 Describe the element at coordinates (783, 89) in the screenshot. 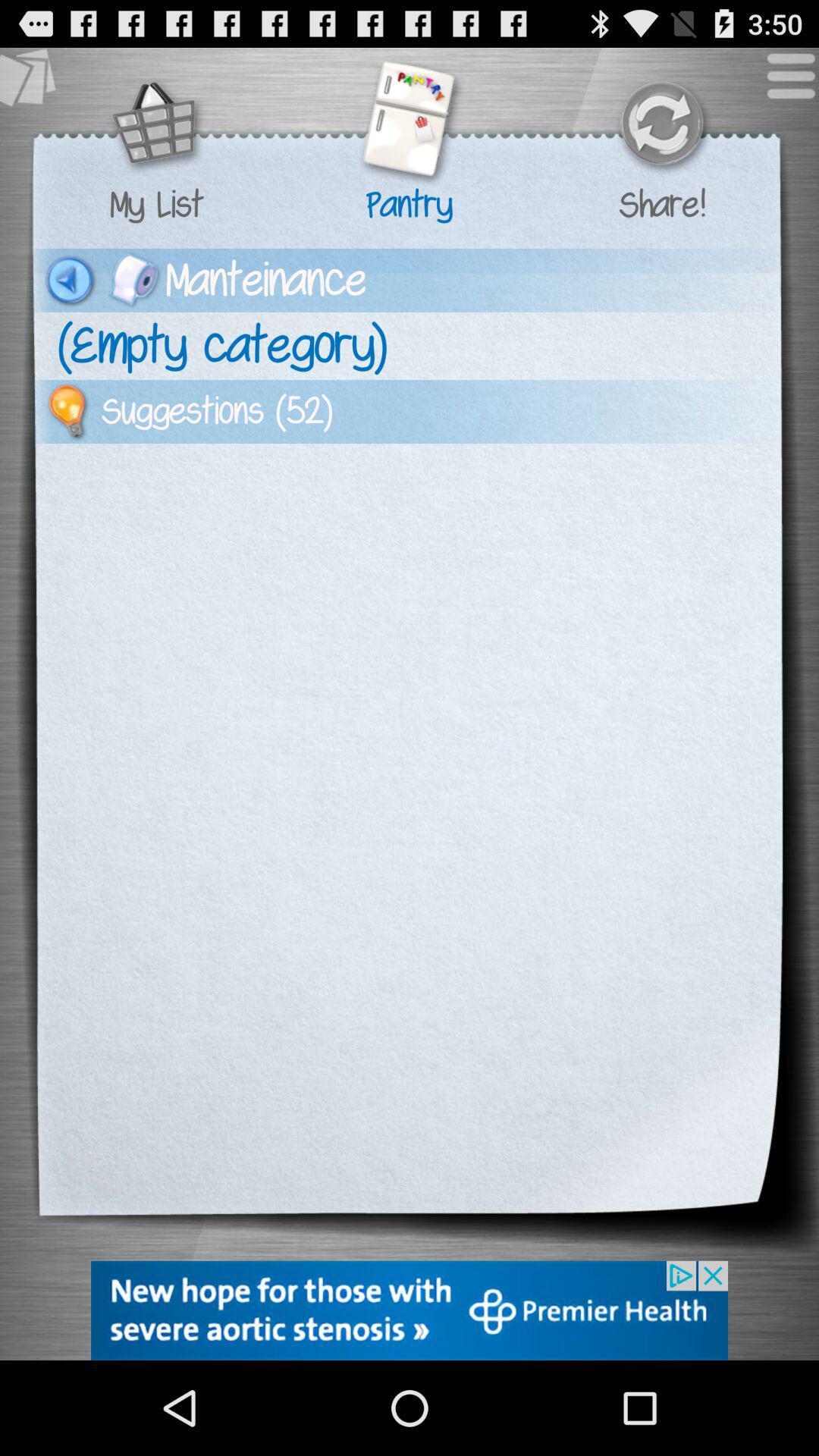

I see `the menu icon` at that location.